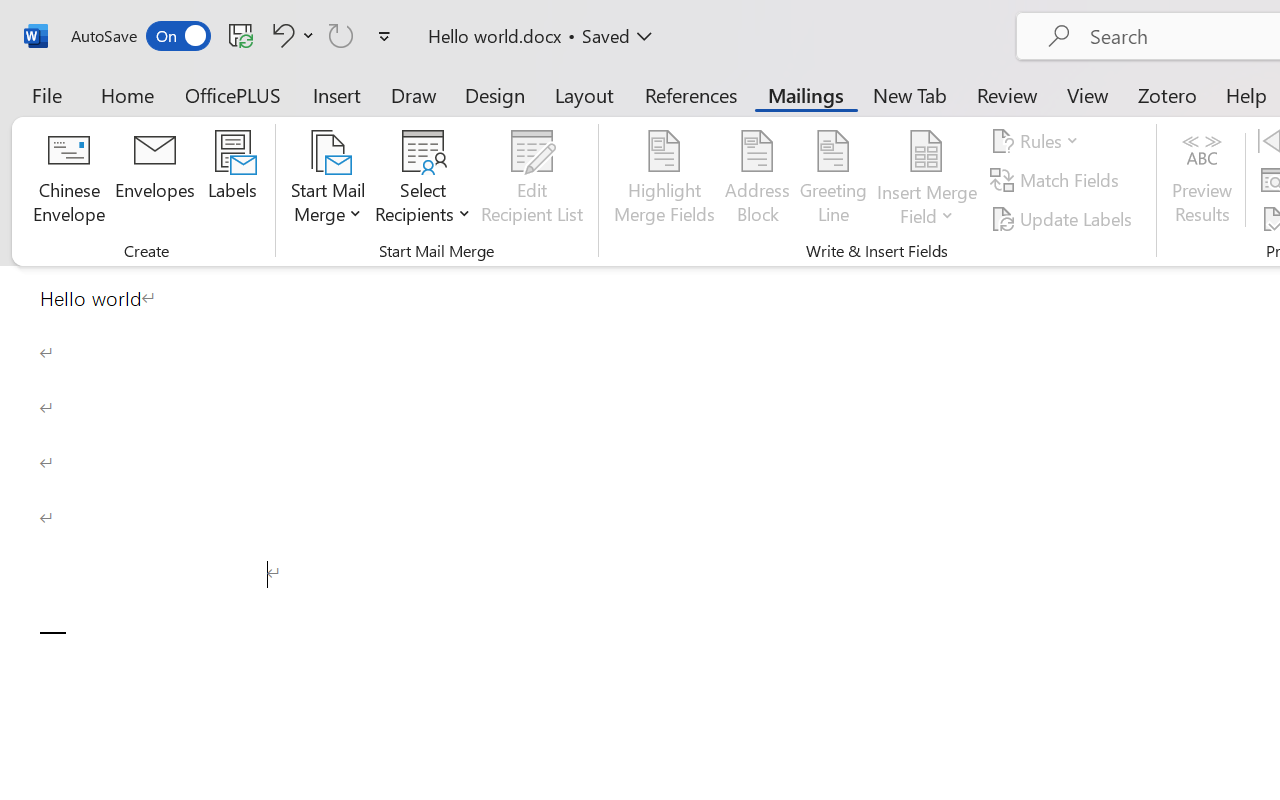 This screenshot has width=1280, height=800. Describe the element at coordinates (1056, 179) in the screenshot. I see `'Match Fields...'` at that location.